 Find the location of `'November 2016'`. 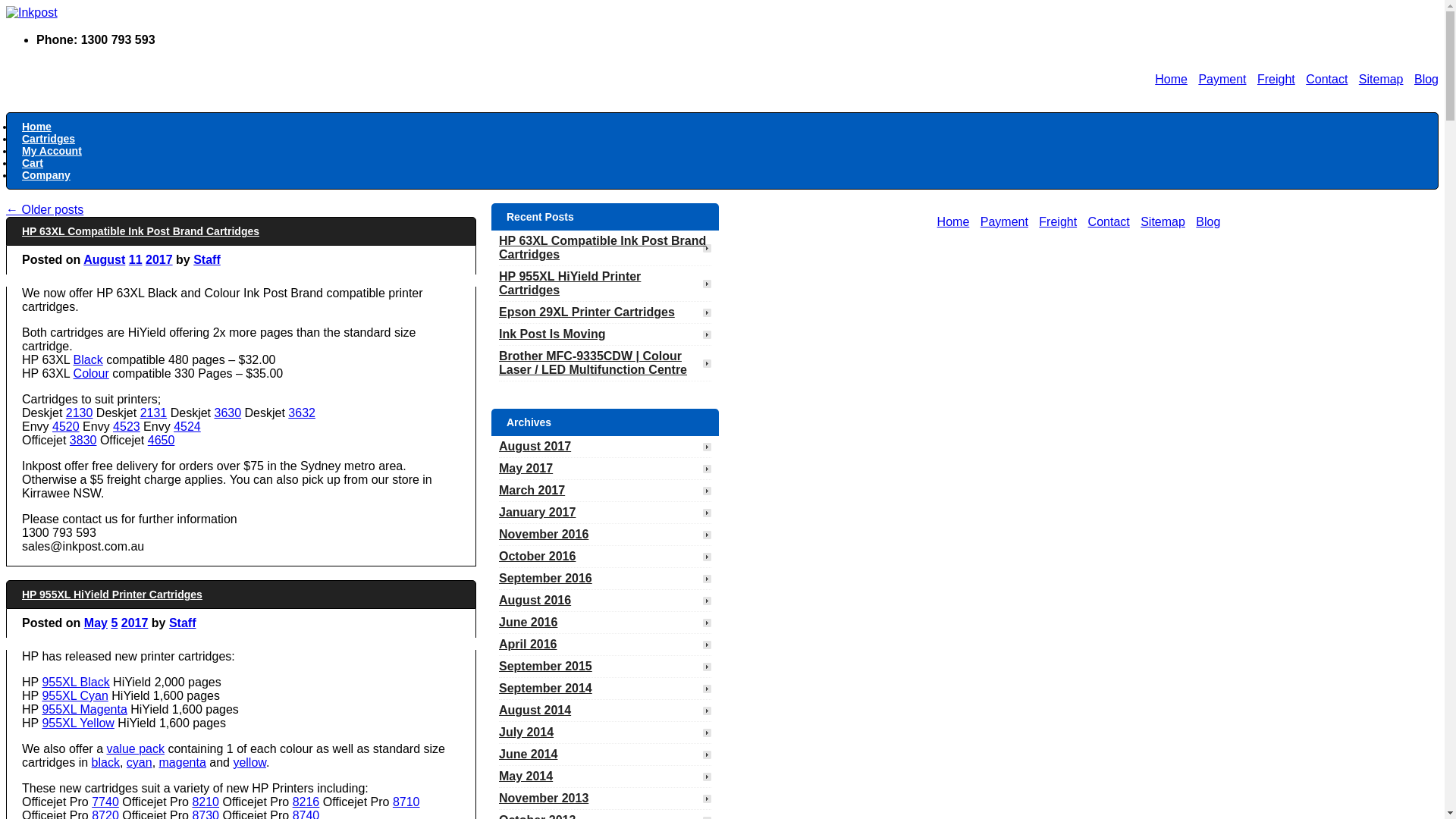

'November 2016' is located at coordinates (550, 533).